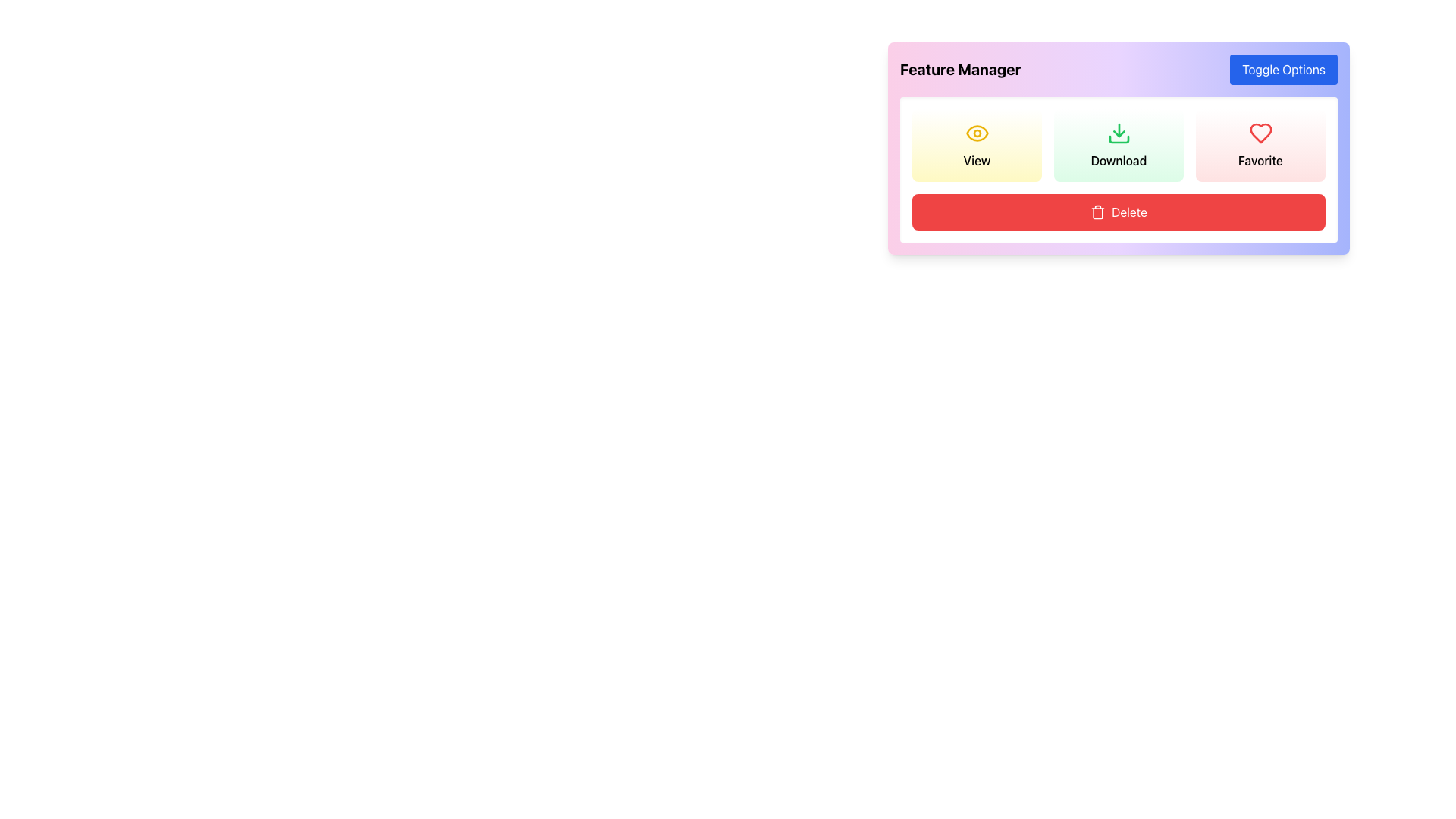 The height and width of the screenshot is (819, 1456). Describe the element at coordinates (1260, 161) in the screenshot. I see `the text label reading 'Favorite' located beneath a heart icon in the rightmost button of a horizontal row of buttons` at that location.